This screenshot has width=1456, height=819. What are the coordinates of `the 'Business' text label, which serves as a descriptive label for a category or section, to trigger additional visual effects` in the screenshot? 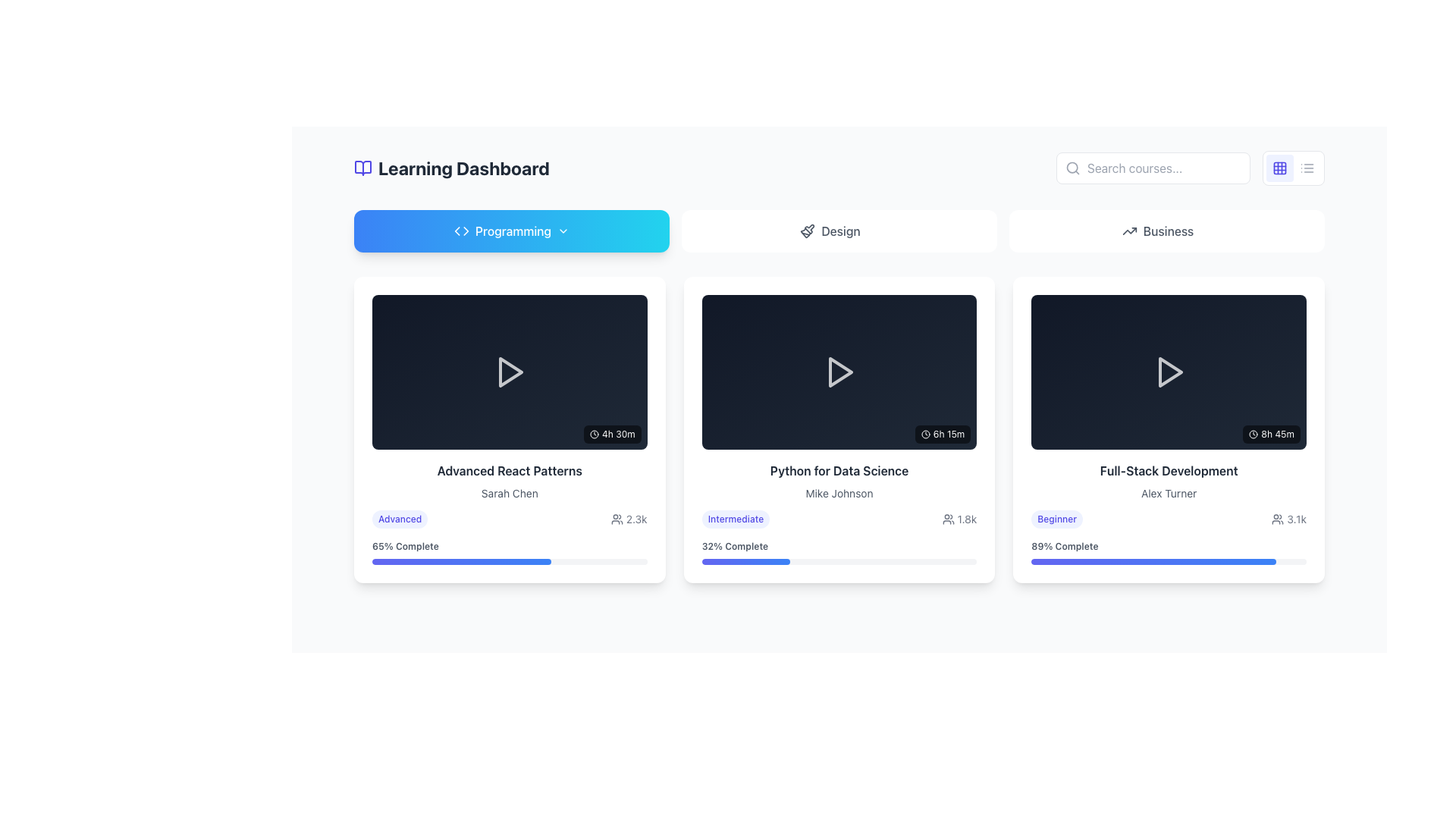 It's located at (1167, 231).